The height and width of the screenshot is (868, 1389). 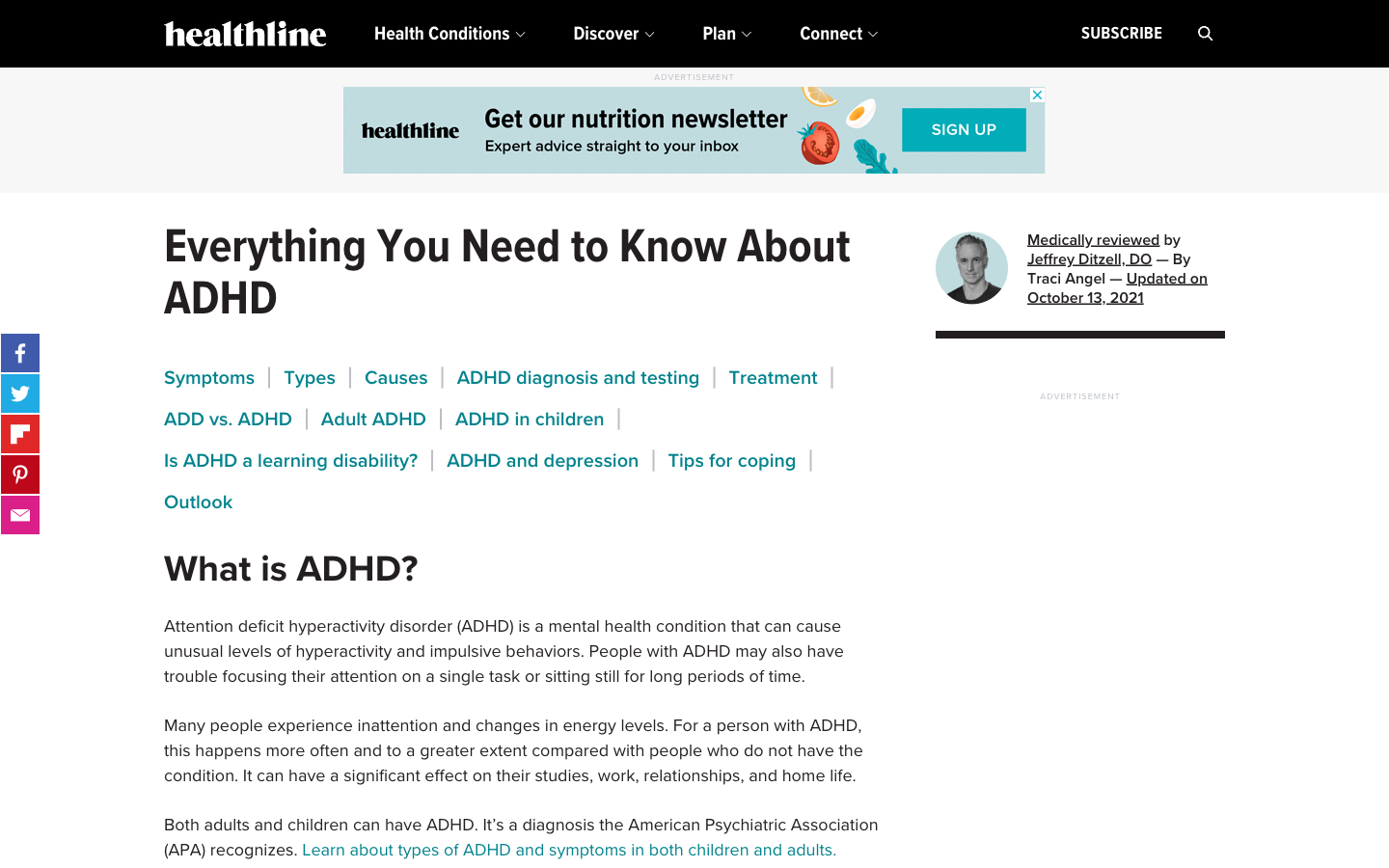 What do you see at coordinates (19, 474) in the screenshot?
I see `Post this on your Pinterest page` at bounding box center [19, 474].